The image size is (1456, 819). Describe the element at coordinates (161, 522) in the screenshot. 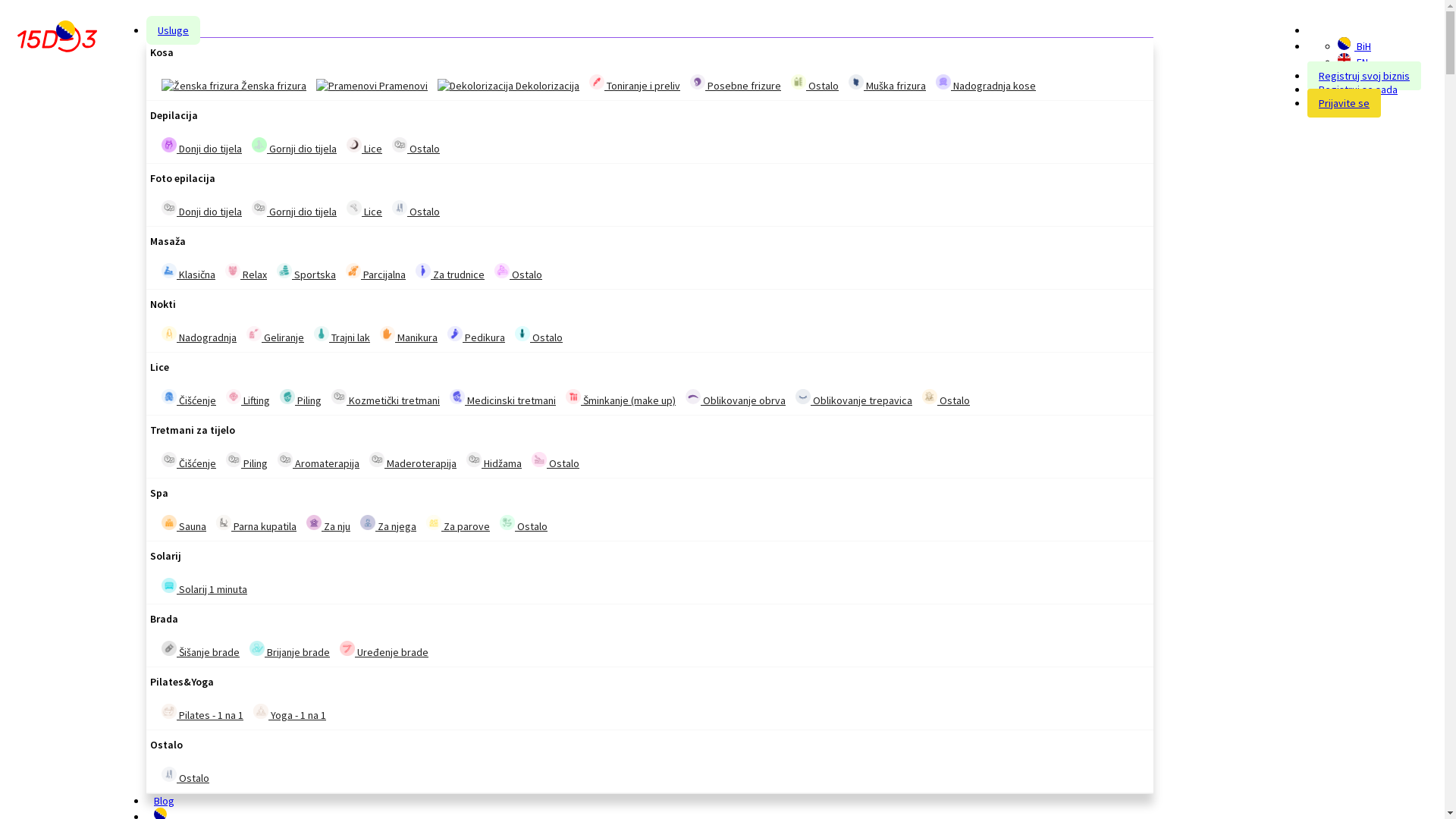

I see `'Sauna'` at that location.